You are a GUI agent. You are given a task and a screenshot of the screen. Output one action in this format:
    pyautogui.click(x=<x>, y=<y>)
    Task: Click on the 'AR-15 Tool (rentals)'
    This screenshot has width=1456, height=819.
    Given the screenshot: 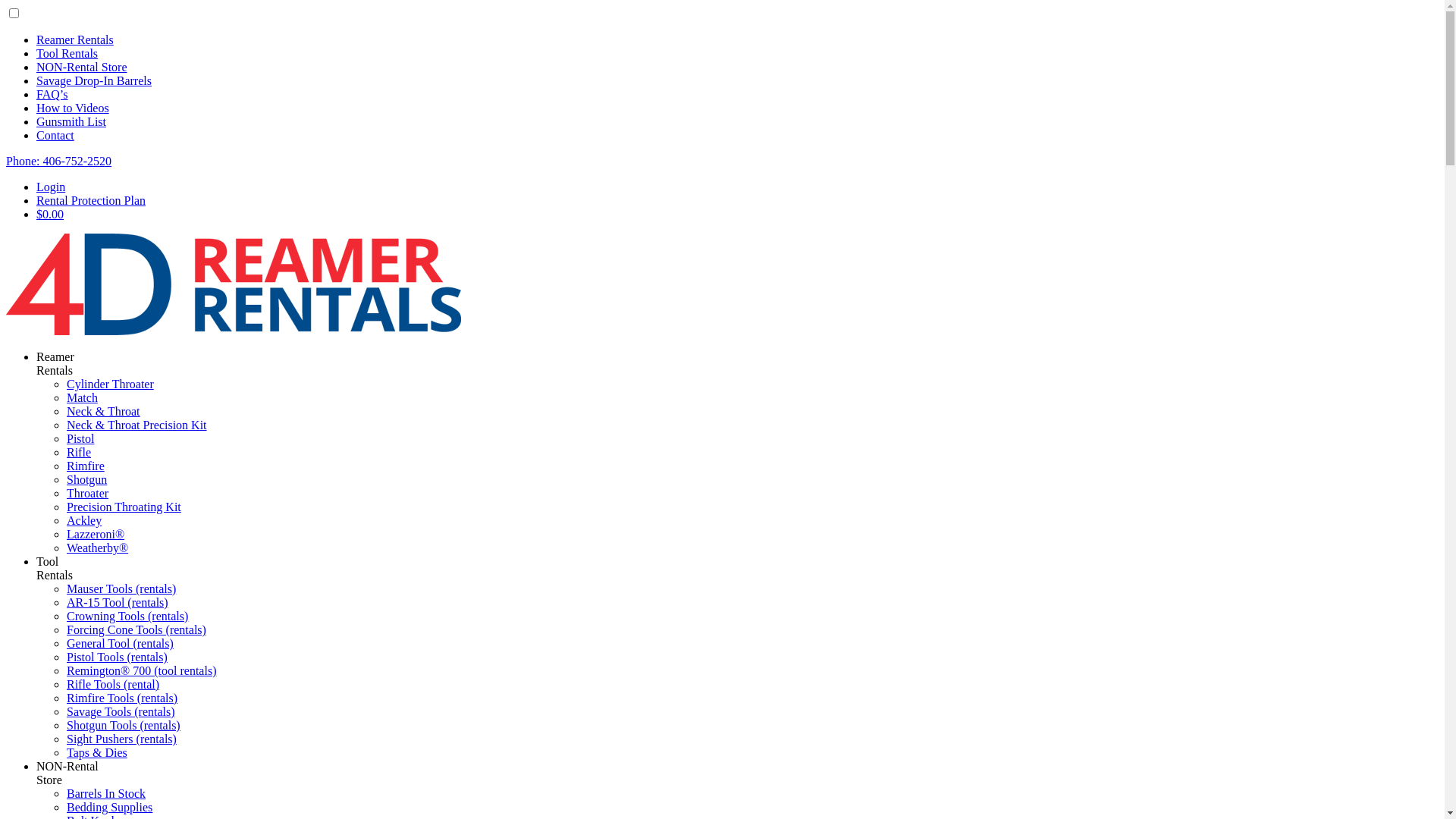 What is the action you would take?
    pyautogui.click(x=116, y=601)
    